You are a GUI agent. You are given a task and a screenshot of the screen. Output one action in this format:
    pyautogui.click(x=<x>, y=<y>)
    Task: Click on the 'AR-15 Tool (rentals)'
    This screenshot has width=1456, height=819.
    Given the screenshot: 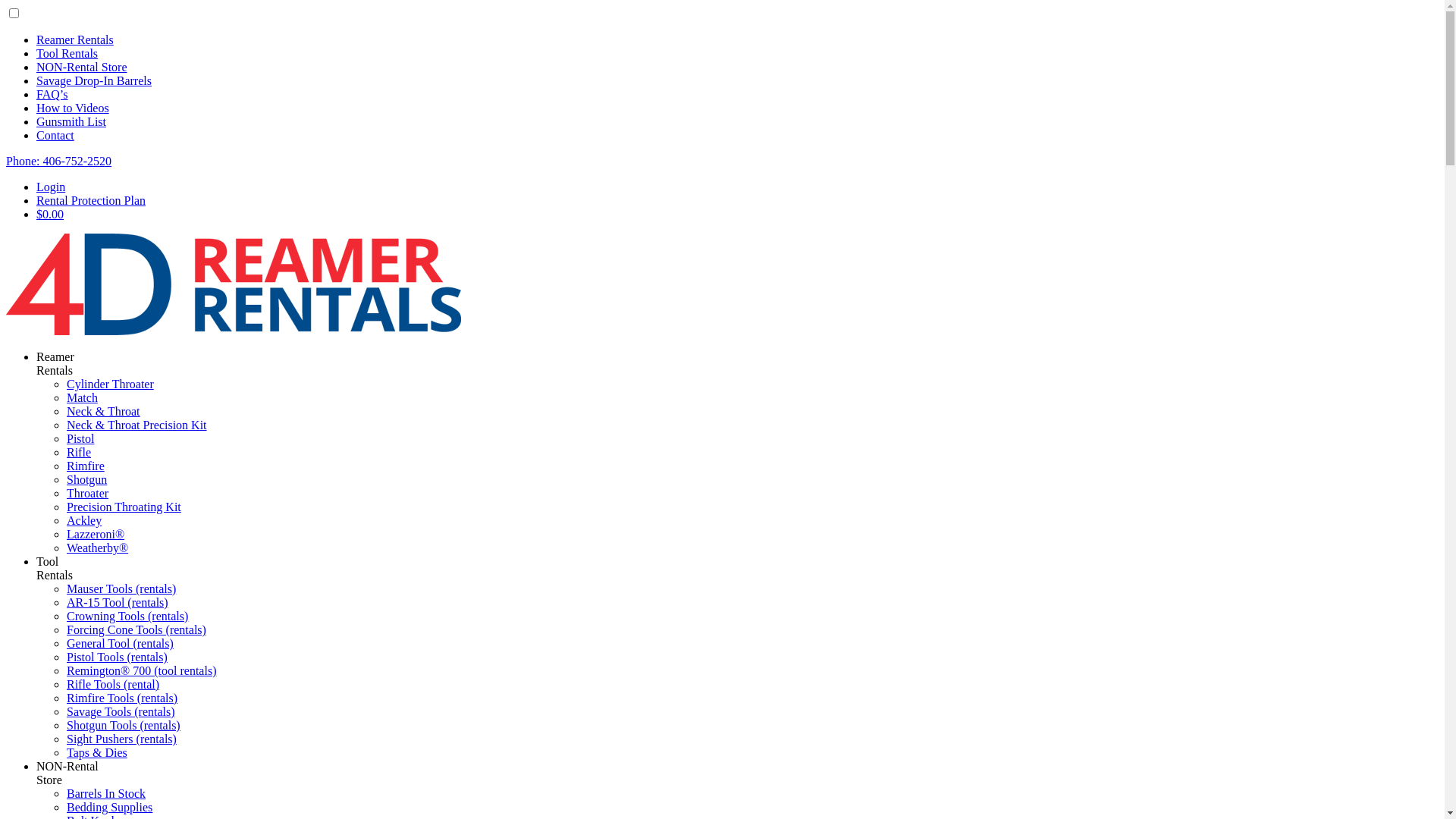 What is the action you would take?
    pyautogui.click(x=116, y=601)
    